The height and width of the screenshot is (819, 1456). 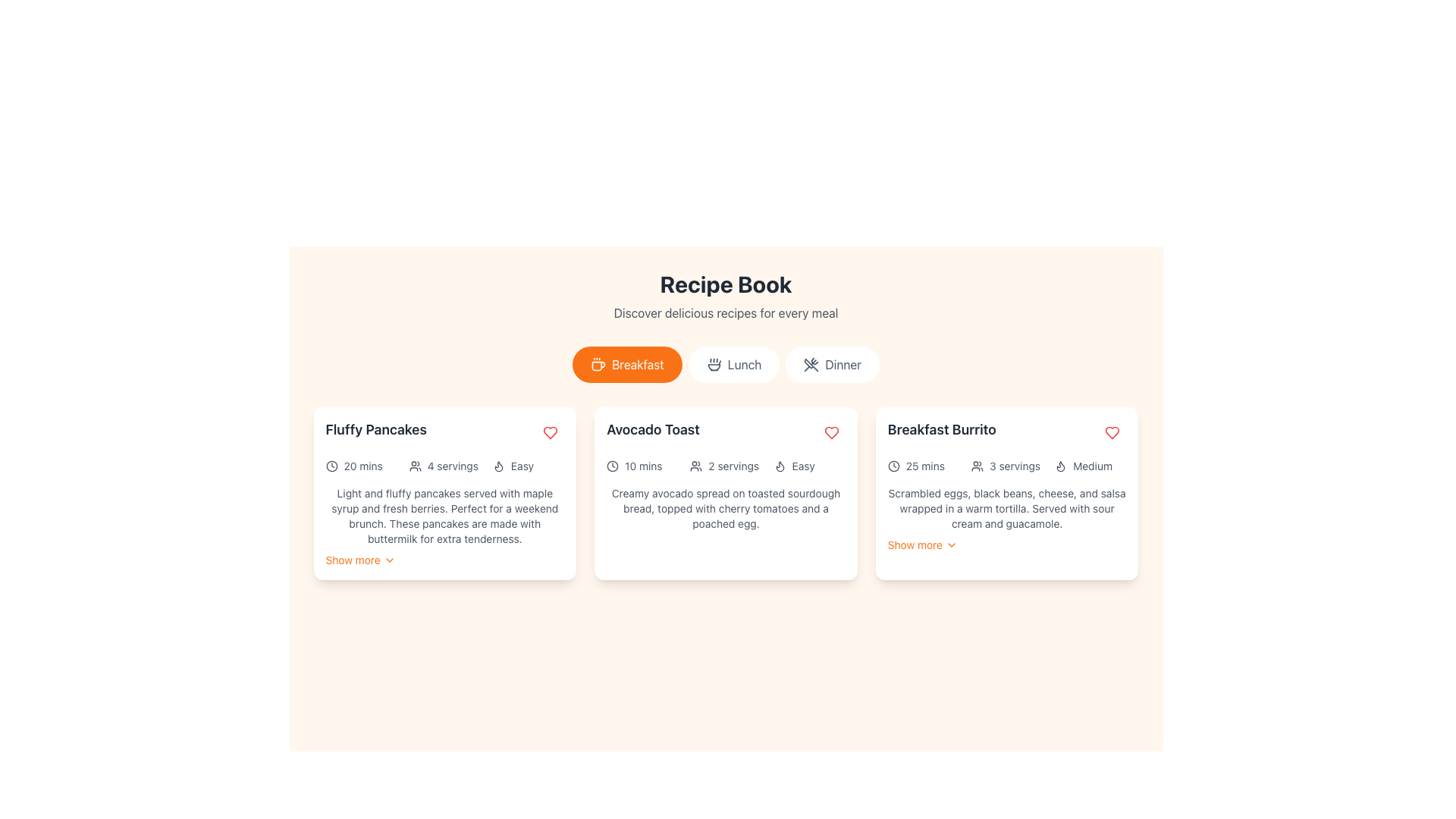 What do you see at coordinates (1007, 465) in the screenshot?
I see `the informational label displaying the number of servings for the 'Breakfast Burrito' recipe, located in the middle of the card's metadata` at bounding box center [1007, 465].